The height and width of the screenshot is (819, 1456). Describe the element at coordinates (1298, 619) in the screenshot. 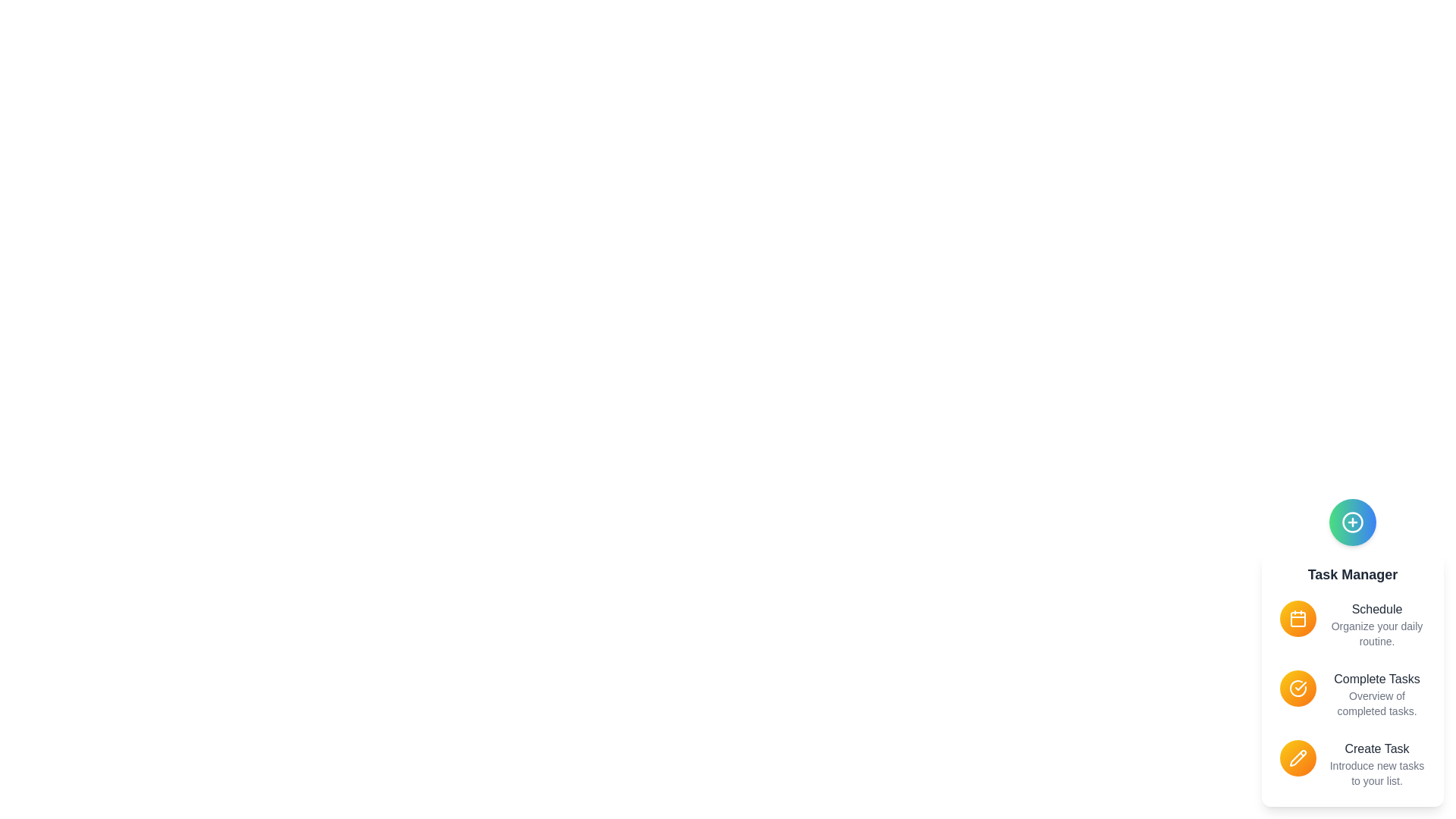

I see `the 'Schedule' task option` at that location.